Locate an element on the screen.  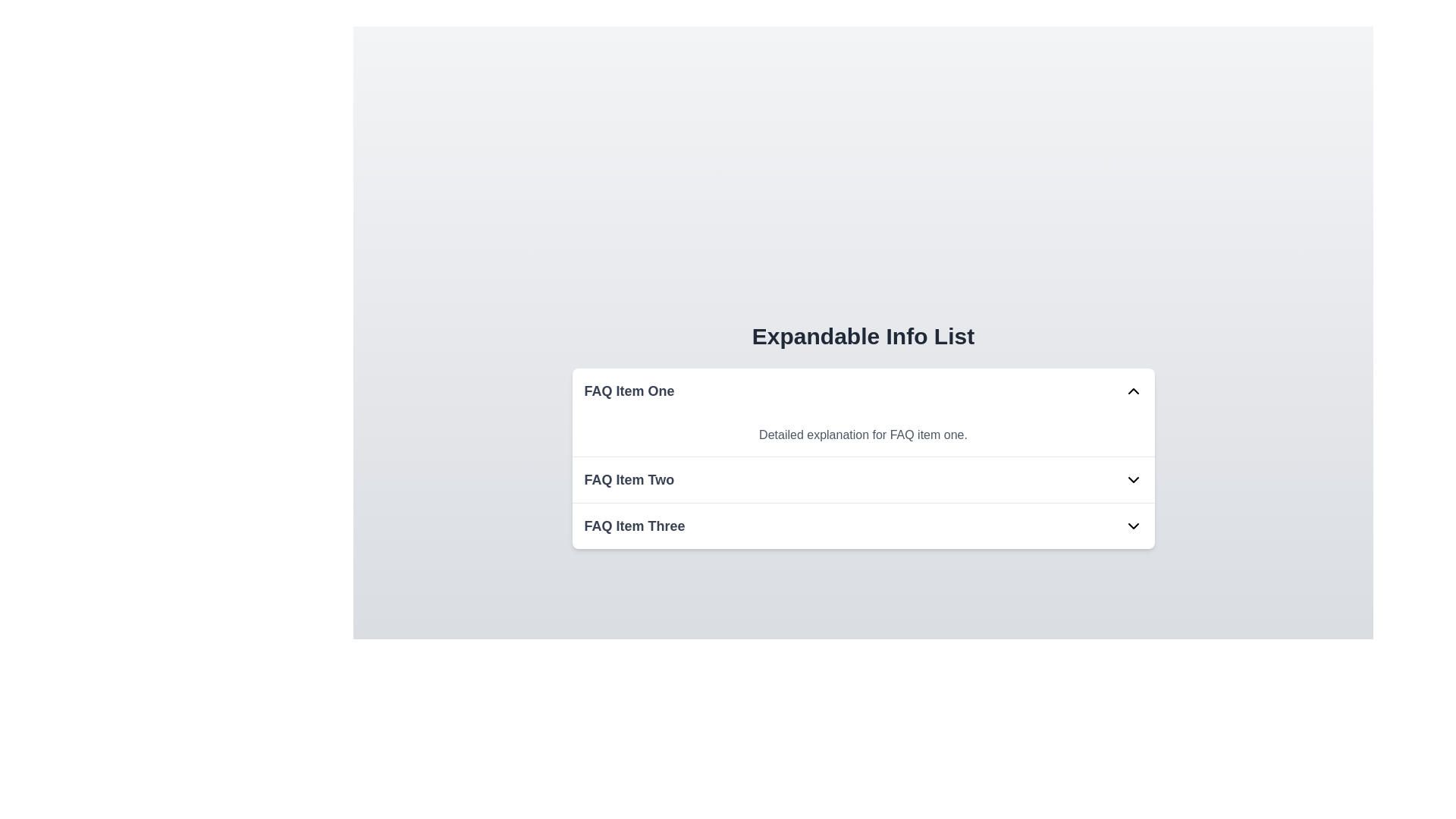
the second FAQ item in the collapsible list is located at coordinates (863, 480).